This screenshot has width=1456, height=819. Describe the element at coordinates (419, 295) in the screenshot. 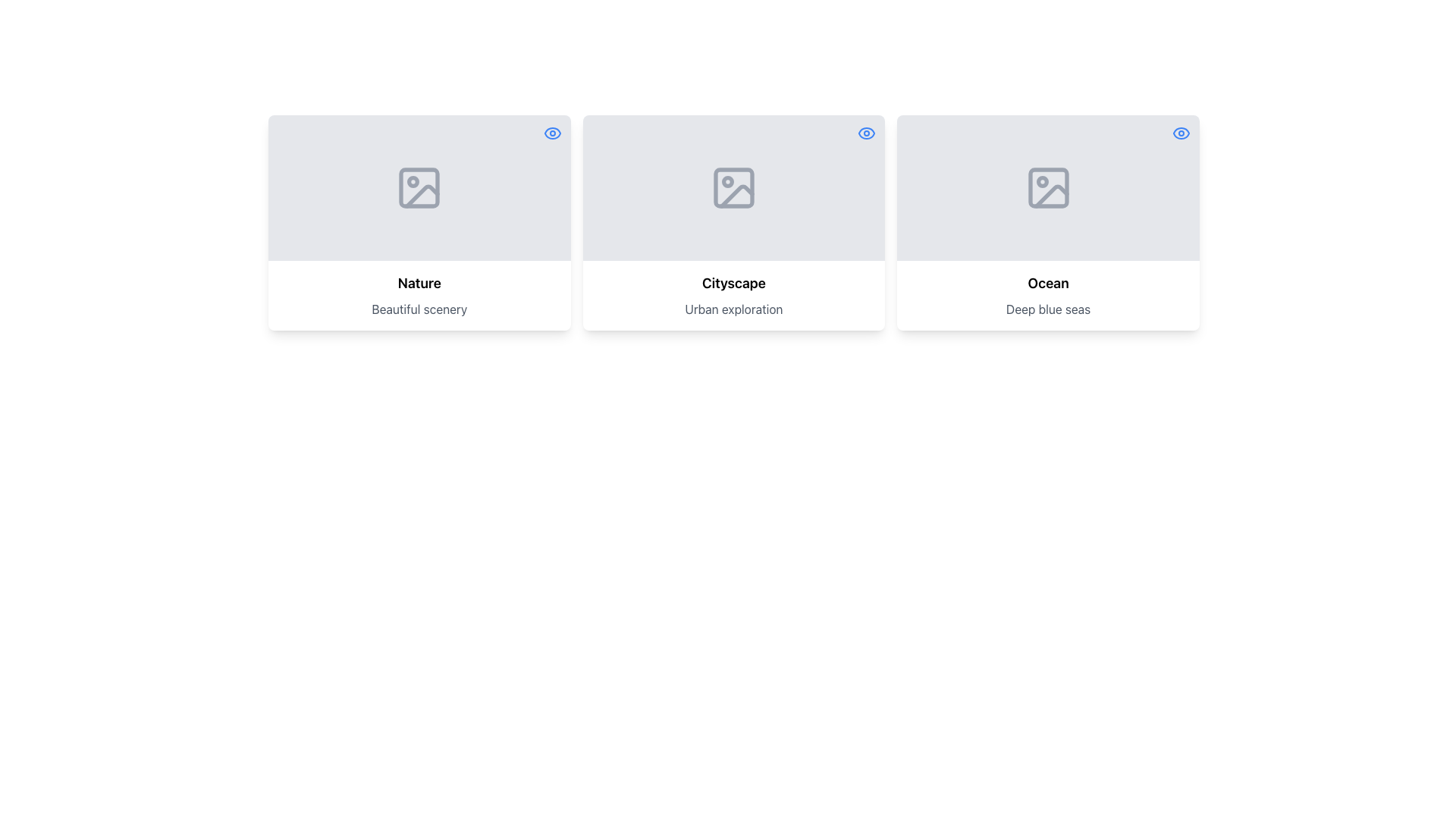

I see `static text display that contains a bold heading 'Nature' and a subtitle 'Beautiful scenery', located at the bottom section of the first card component from the left` at that location.